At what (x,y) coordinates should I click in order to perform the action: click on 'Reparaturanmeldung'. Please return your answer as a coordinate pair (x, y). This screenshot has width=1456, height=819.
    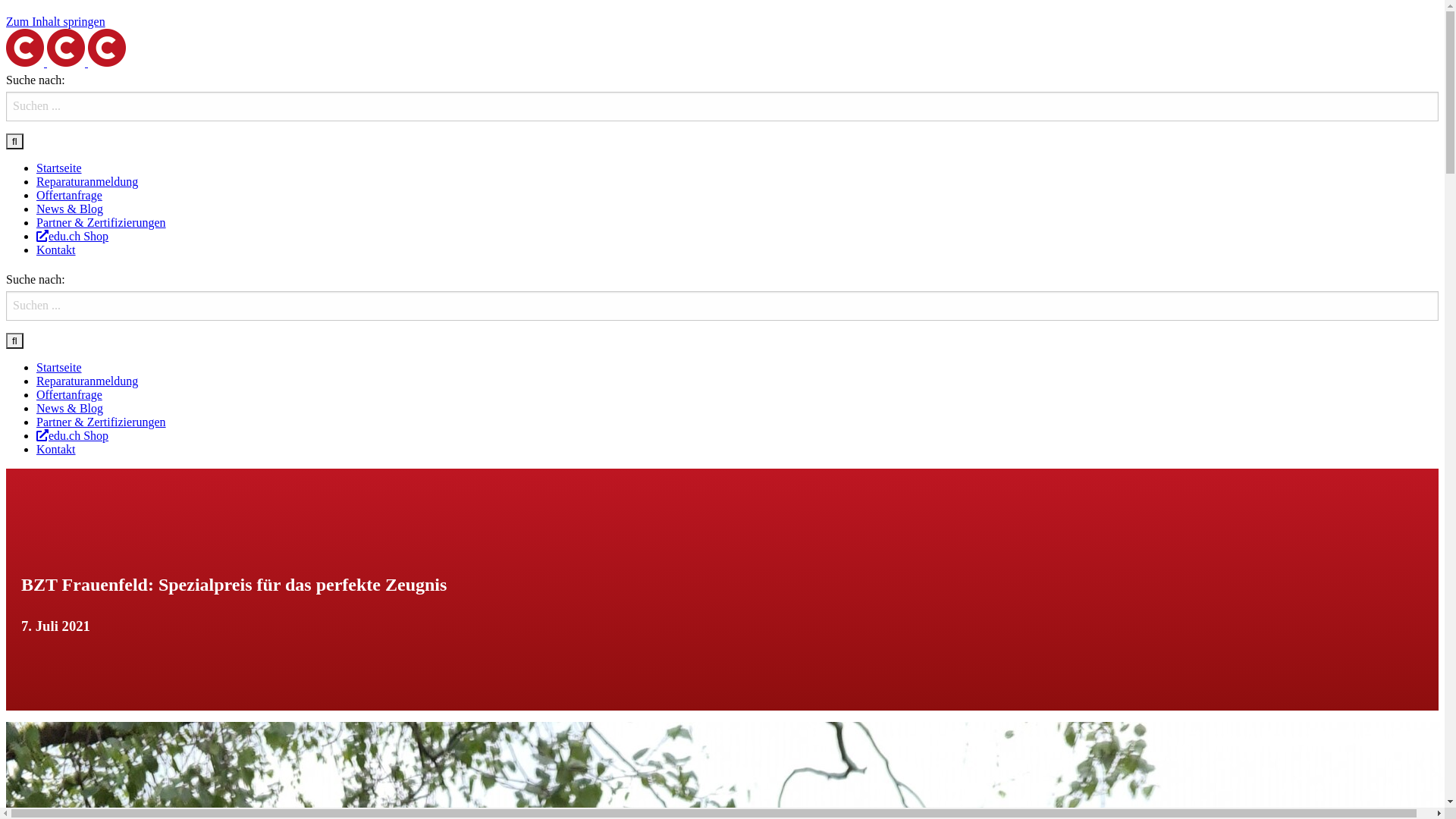
    Looking at the image, I should click on (86, 380).